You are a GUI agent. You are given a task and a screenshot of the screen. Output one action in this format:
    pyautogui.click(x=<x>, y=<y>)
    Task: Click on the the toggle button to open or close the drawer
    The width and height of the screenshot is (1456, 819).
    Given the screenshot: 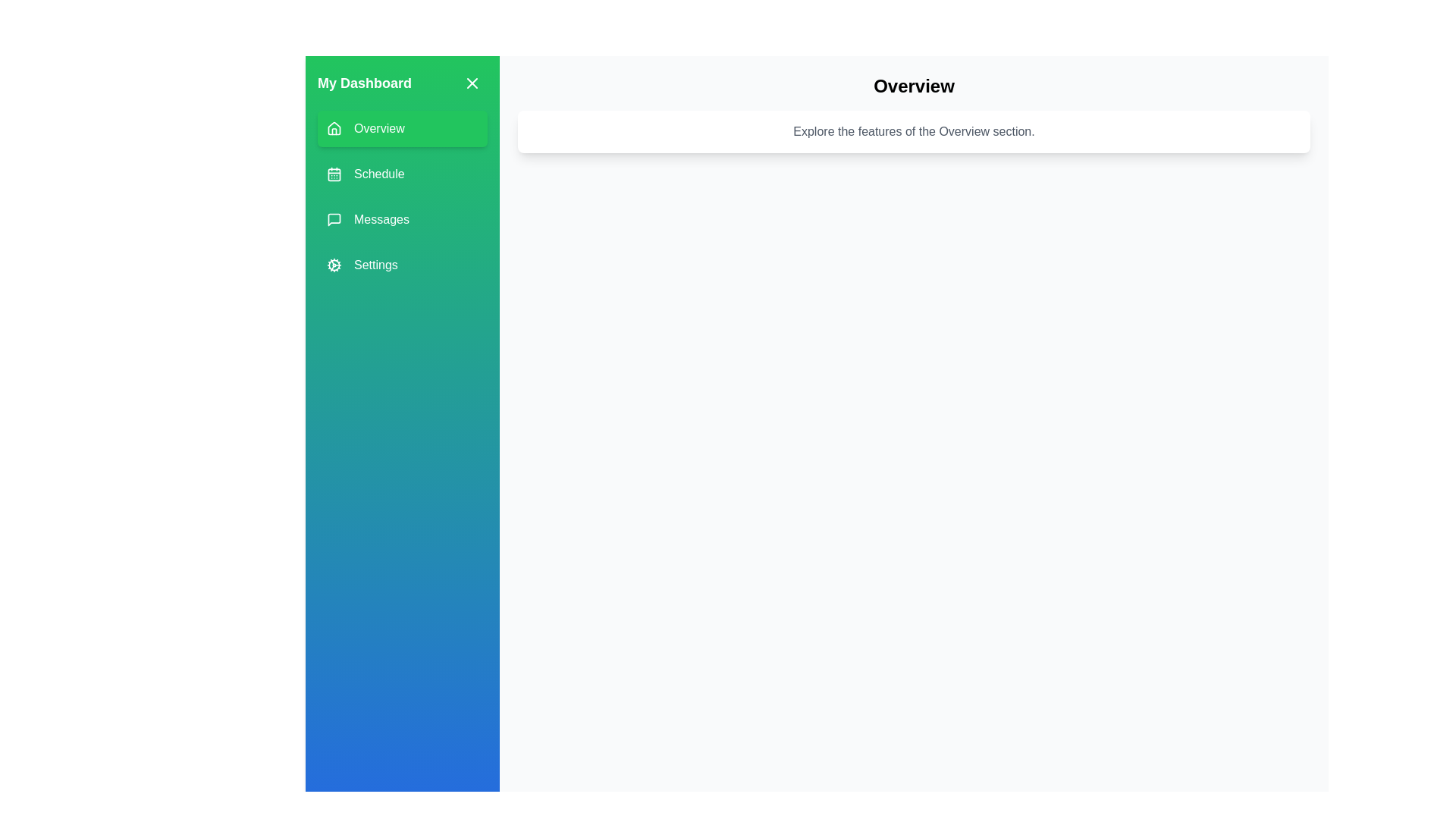 What is the action you would take?
    pyautogui.click(x=472, y=83)
    